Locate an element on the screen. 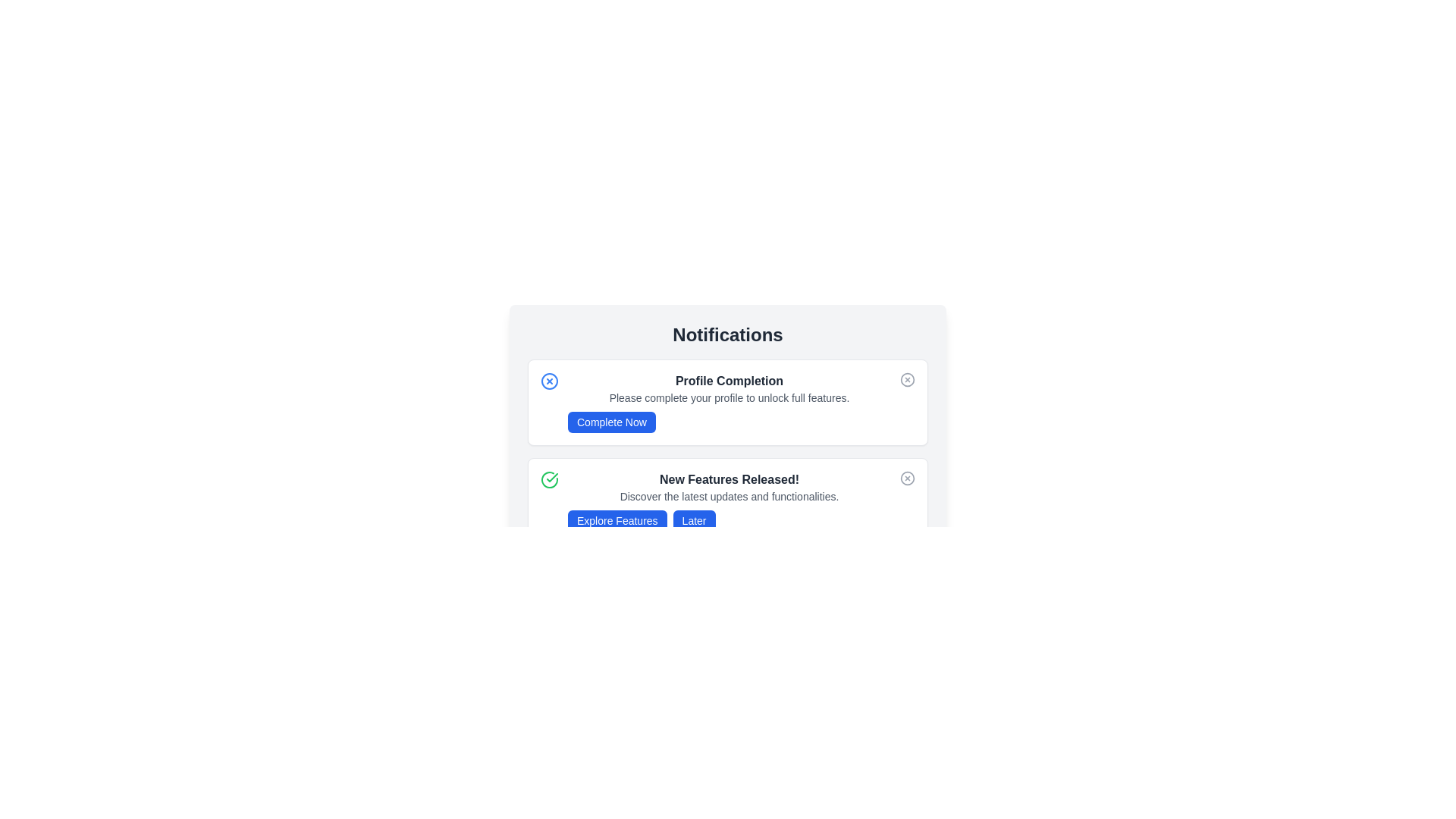 The width and height of the screenshot is (1456, 819). the close button of the notification with title Profile Completion is located at coordinates (907, 379).